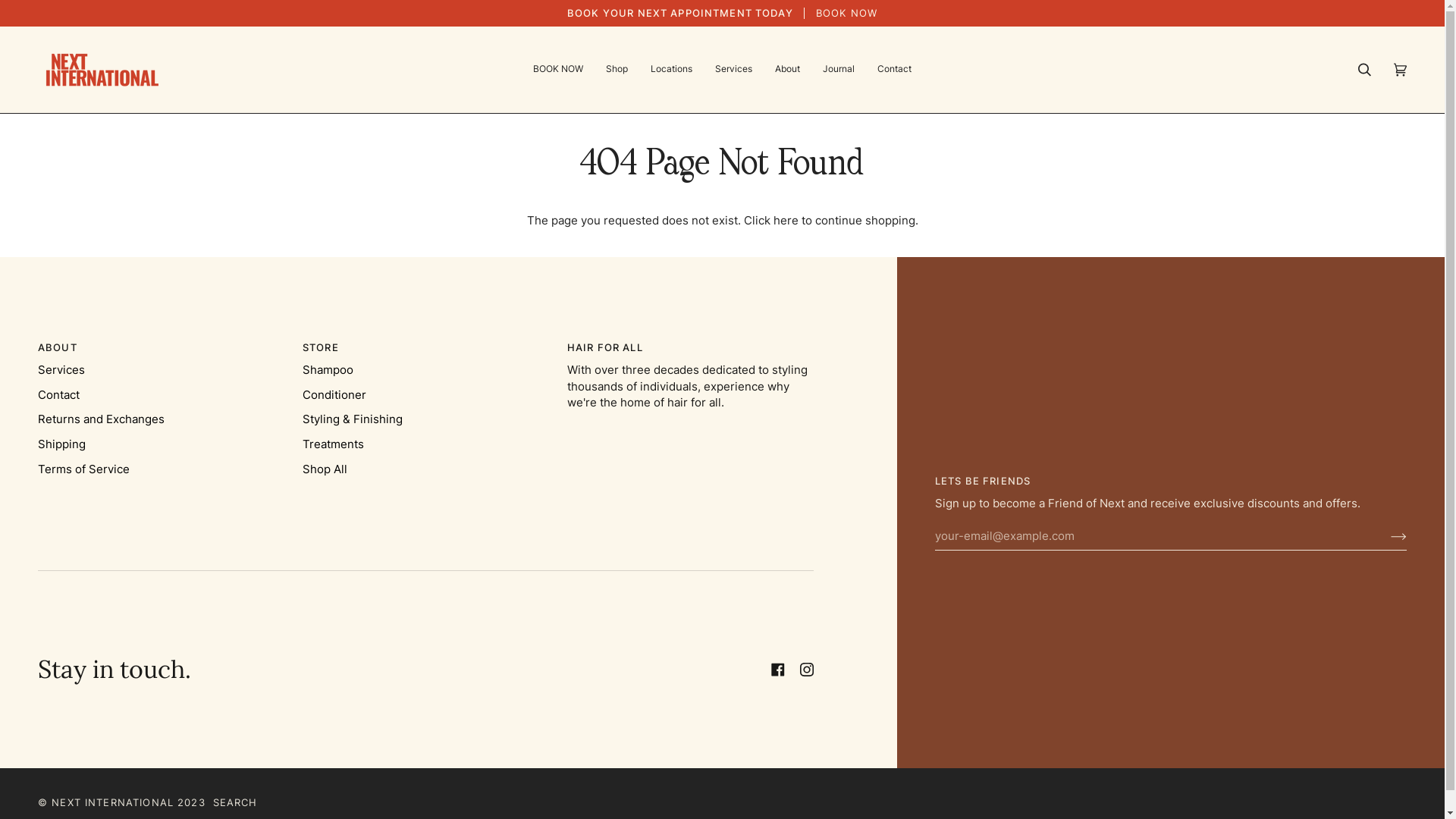  Describe the element at coordinates (327, 370) in the screenshot. I see `'Shampoo'` at that location.